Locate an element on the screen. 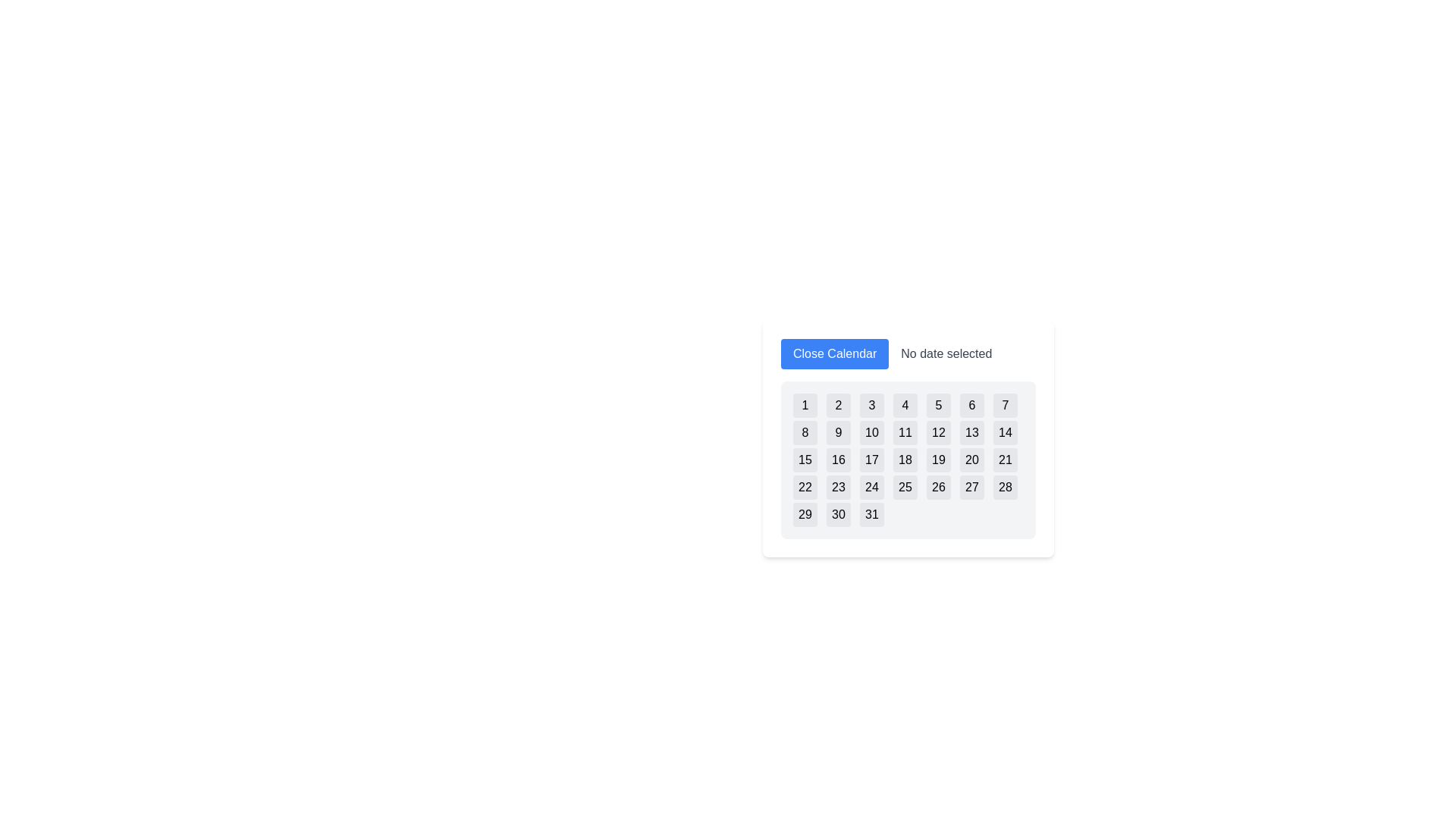 The width and height of the screenshot is (1456, 819). the button representing the 8th day of the month in the calendar grid is located at coordinates (804, 432).